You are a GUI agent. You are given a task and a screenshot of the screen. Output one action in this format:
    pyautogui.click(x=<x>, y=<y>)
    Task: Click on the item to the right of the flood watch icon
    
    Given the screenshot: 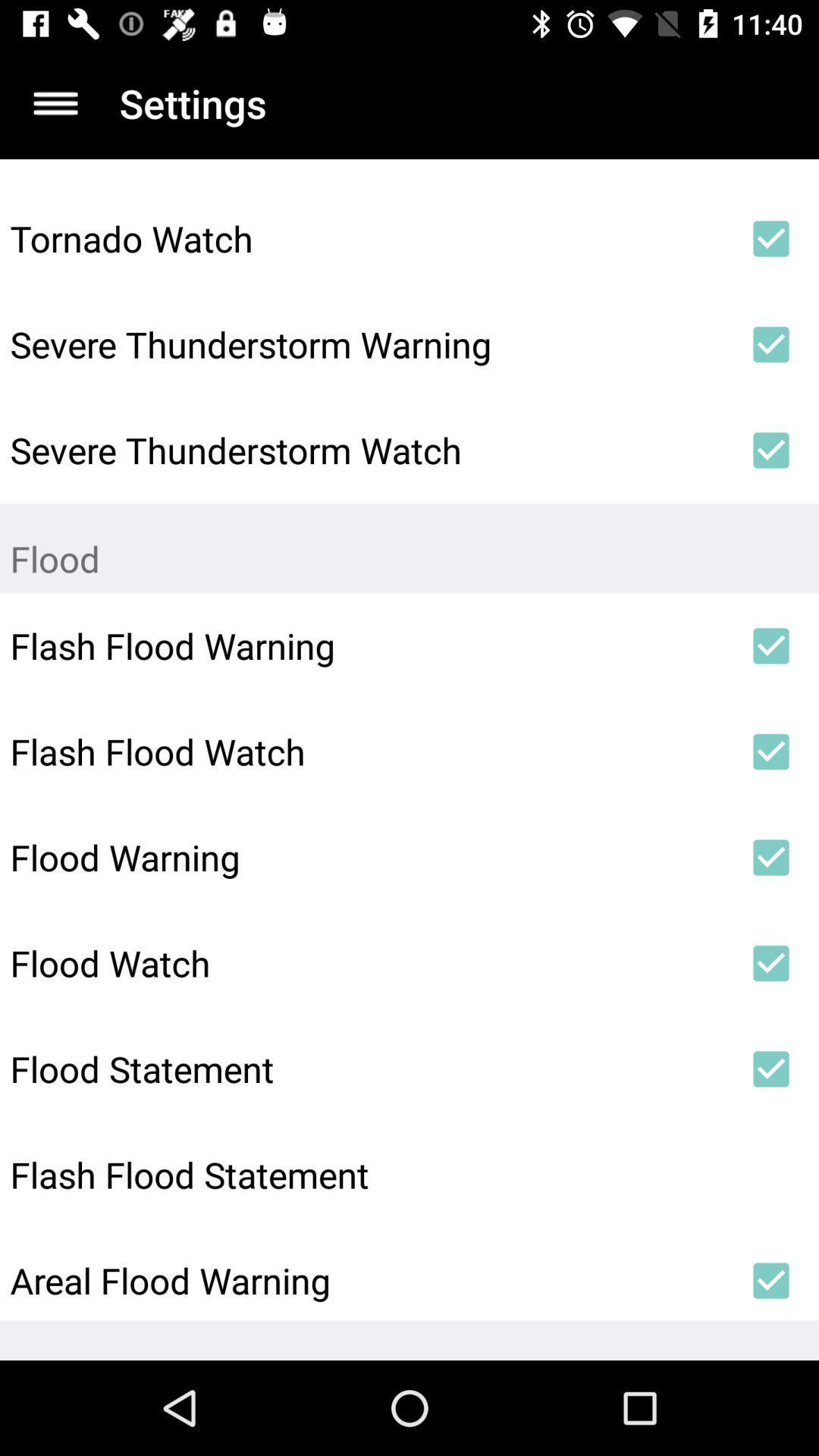 What is the action you would take?
    pyautogui.click(x=771, y=962)
    